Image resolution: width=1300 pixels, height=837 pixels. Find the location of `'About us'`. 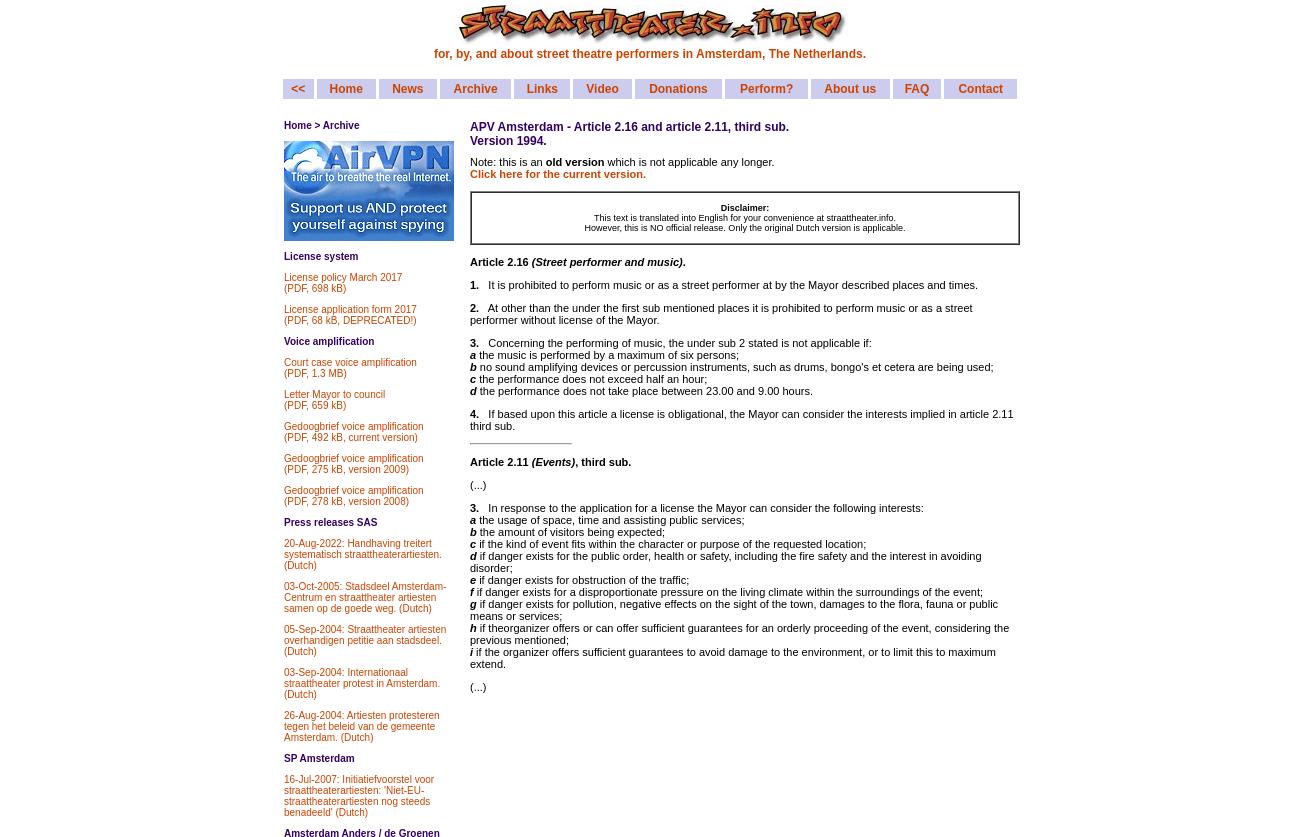

'About us' is located at coordinates (849, 88).